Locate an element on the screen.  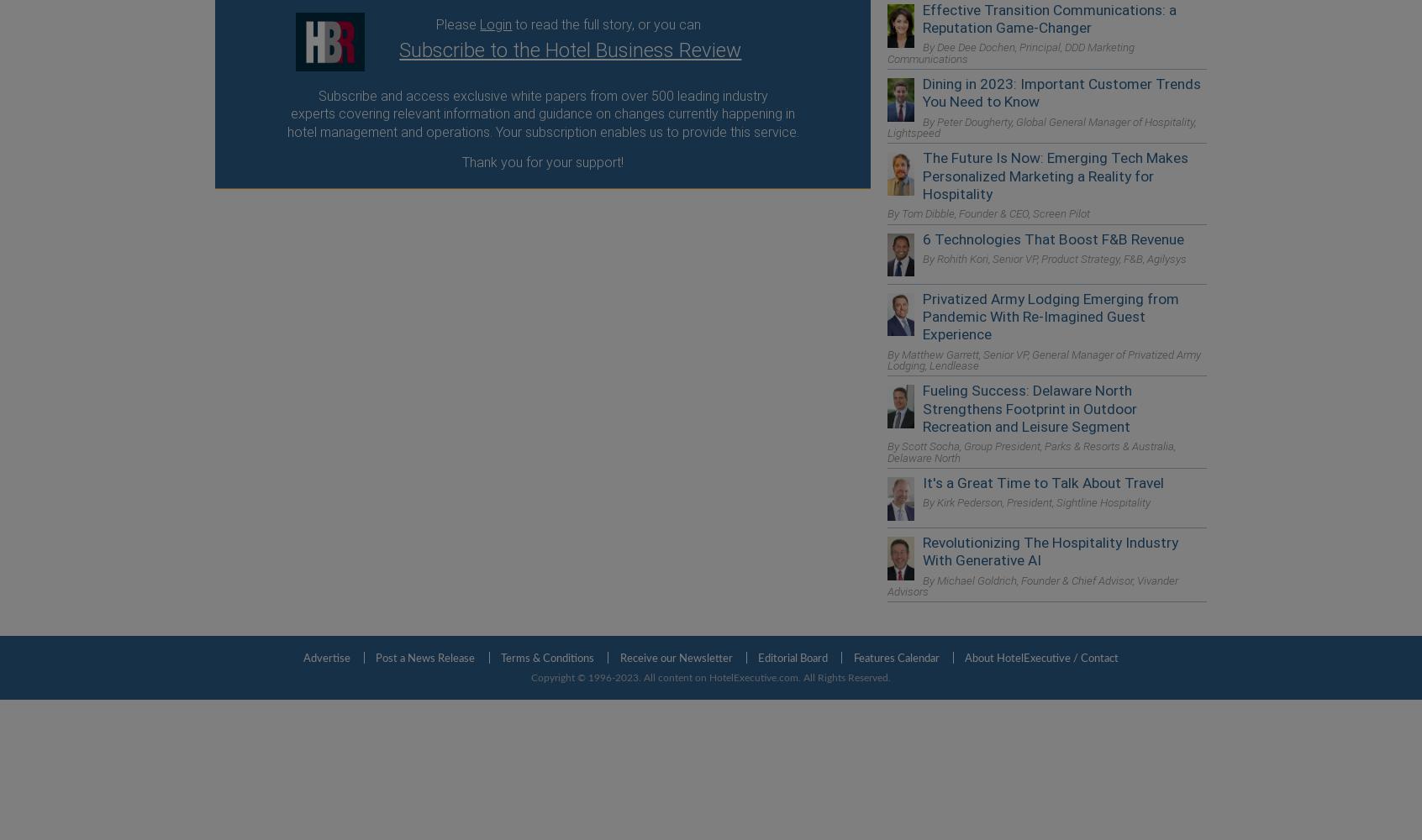
'Editorial Board' is located at coordinates (793, 658).